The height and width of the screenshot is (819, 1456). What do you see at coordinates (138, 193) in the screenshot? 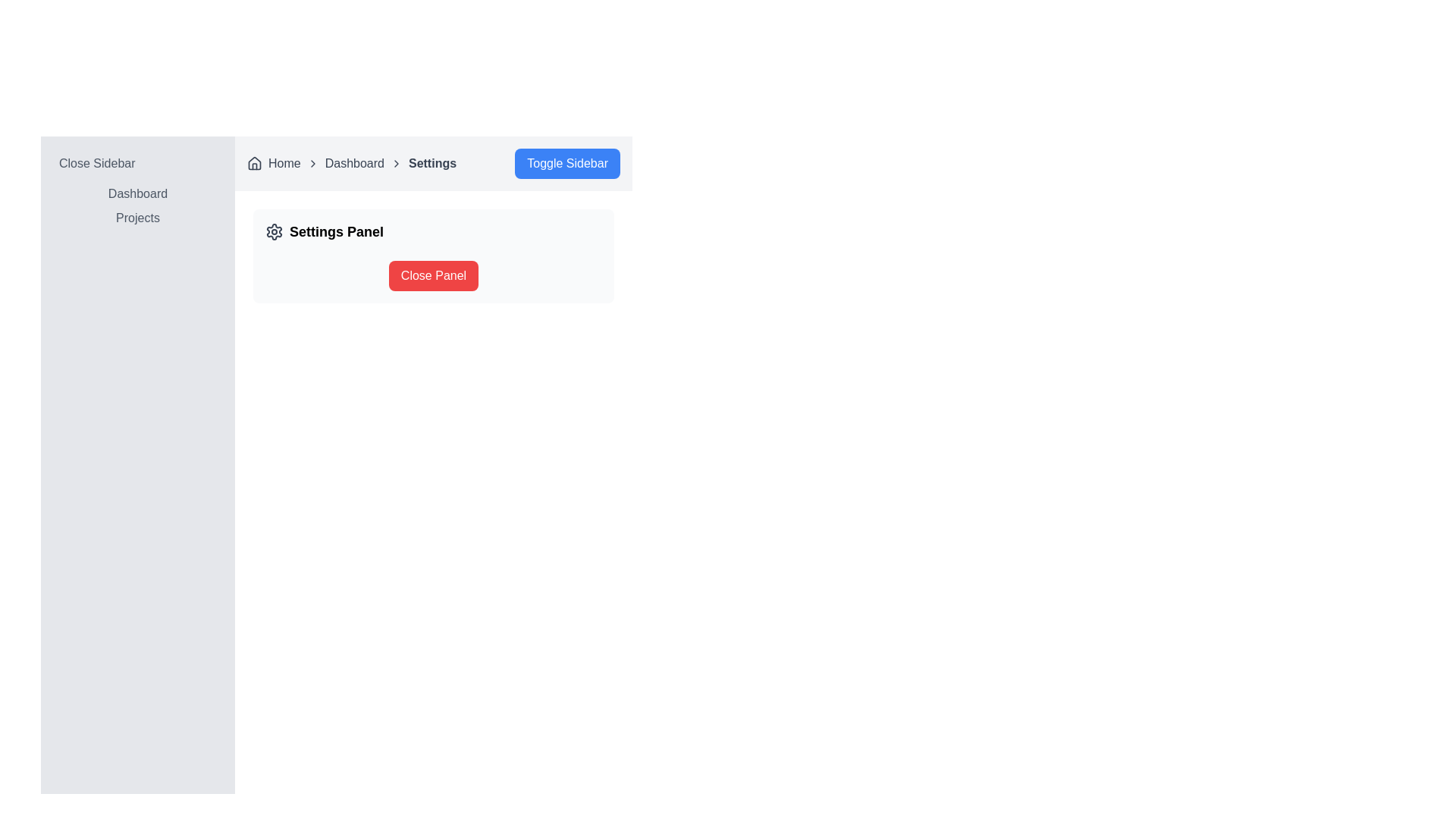
I see `the 'Dashboard' label in the left-hand sidebar, which is the first item beneath 'Close Sidebar' and above 'Projects'` at bounding box center [138, 193].